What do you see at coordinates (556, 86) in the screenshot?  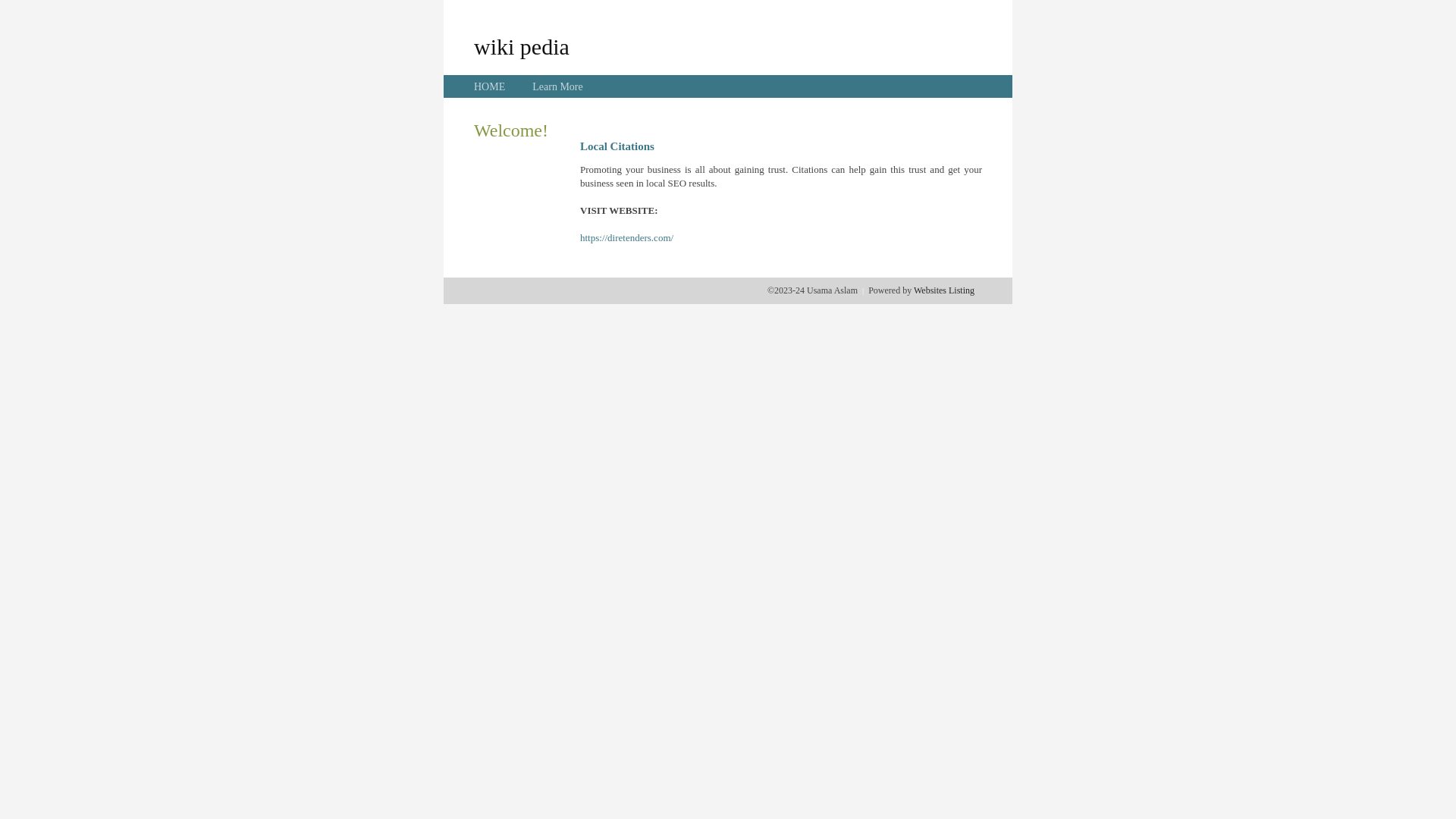 I see `'Learn More'` at bounding box center [556, 86].